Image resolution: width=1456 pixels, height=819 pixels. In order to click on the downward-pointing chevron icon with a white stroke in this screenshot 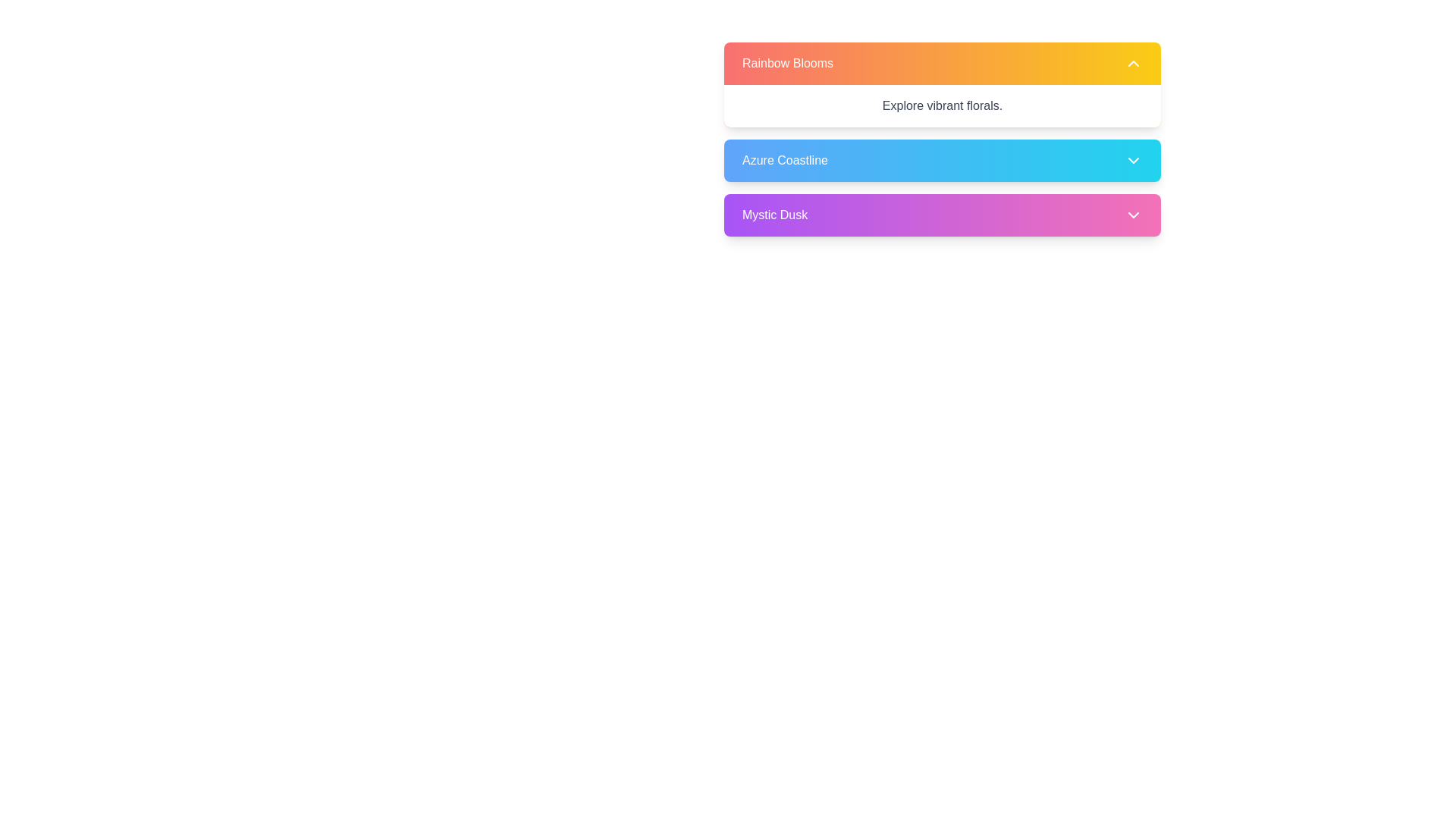, I will do `click(1133, 161)`.